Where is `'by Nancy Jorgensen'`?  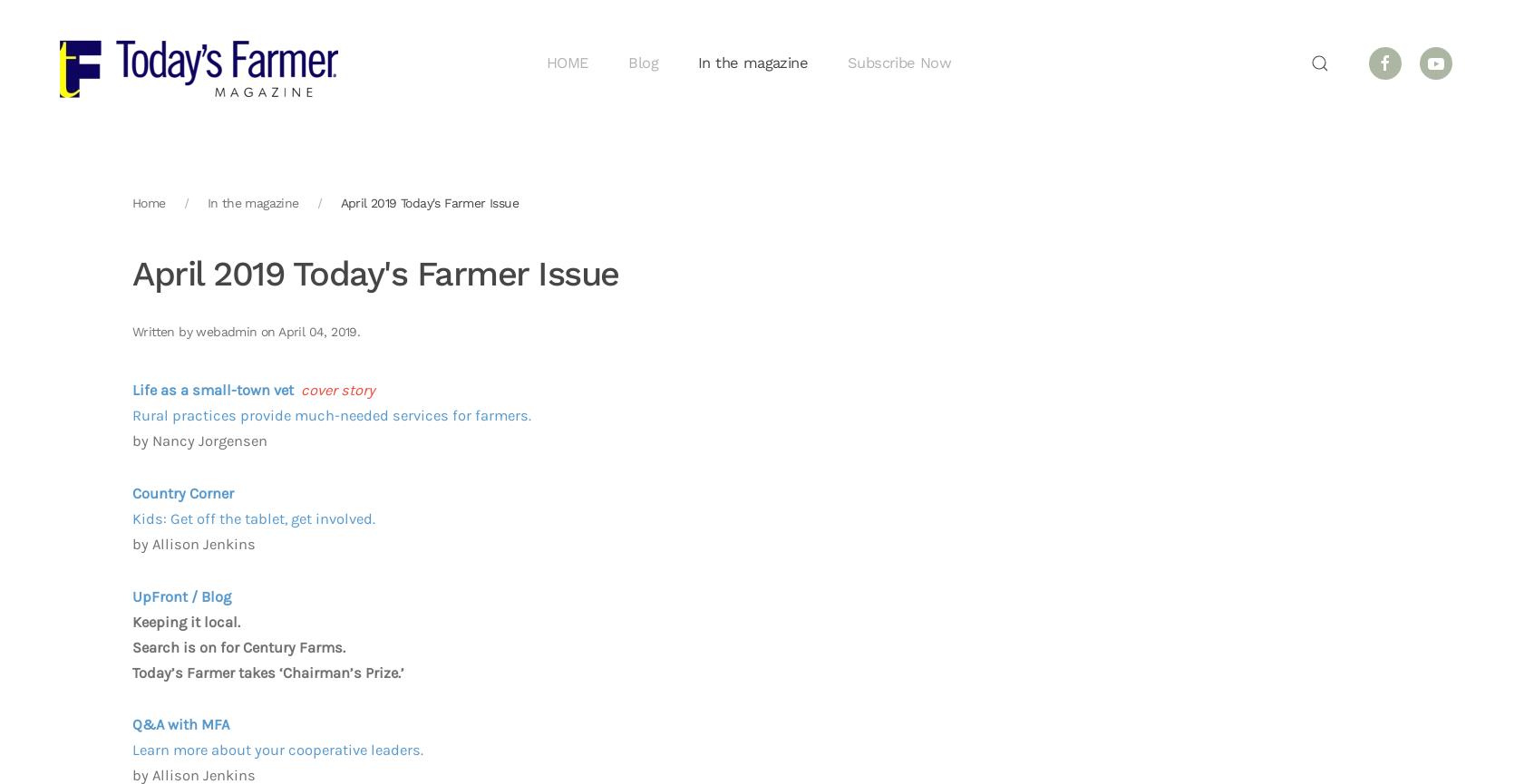 'by Nancy Jorgensen' is located at coordinates (199, 440).